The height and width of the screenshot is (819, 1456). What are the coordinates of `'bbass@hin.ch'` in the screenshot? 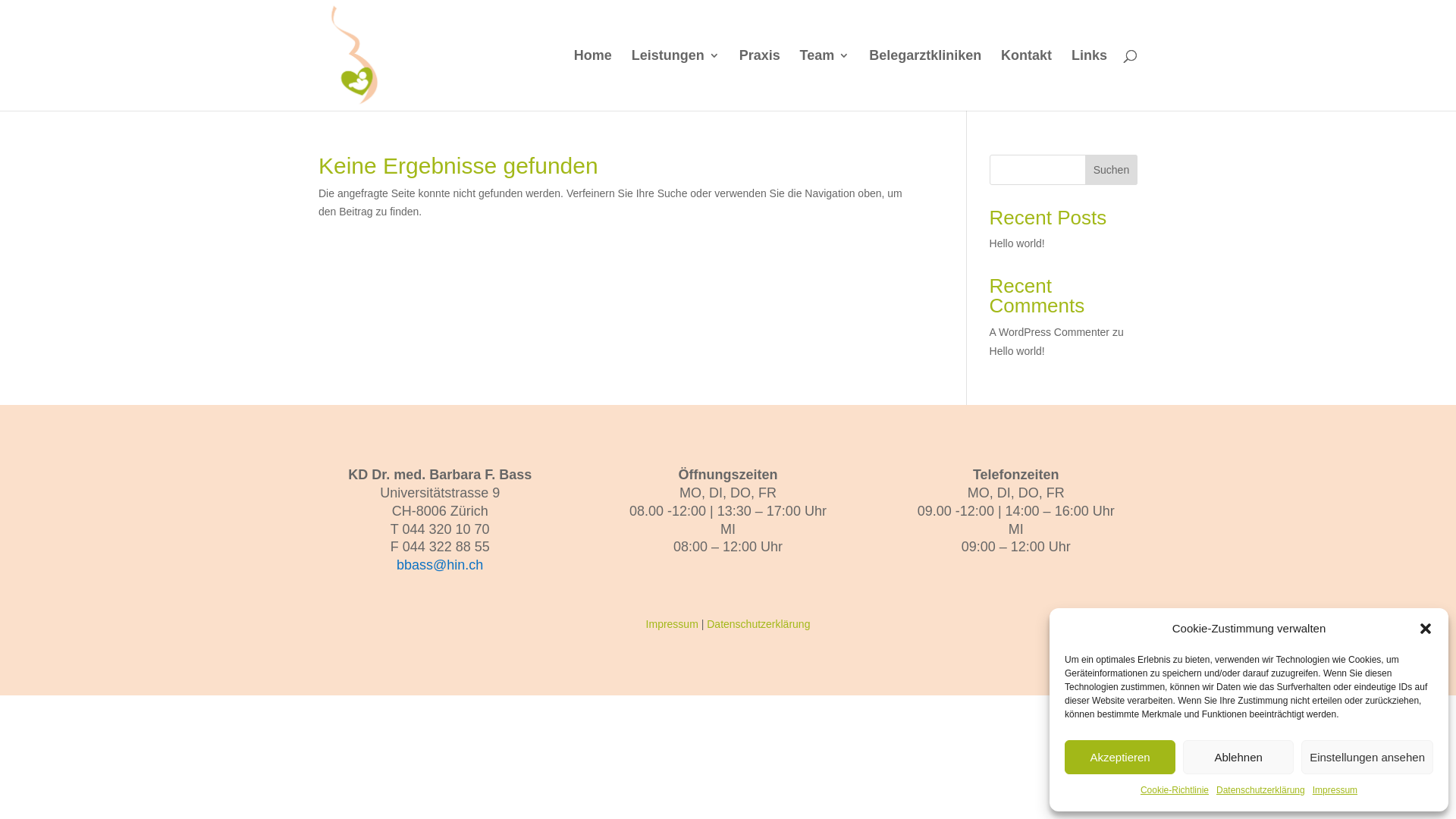 It's located at (439, 564).